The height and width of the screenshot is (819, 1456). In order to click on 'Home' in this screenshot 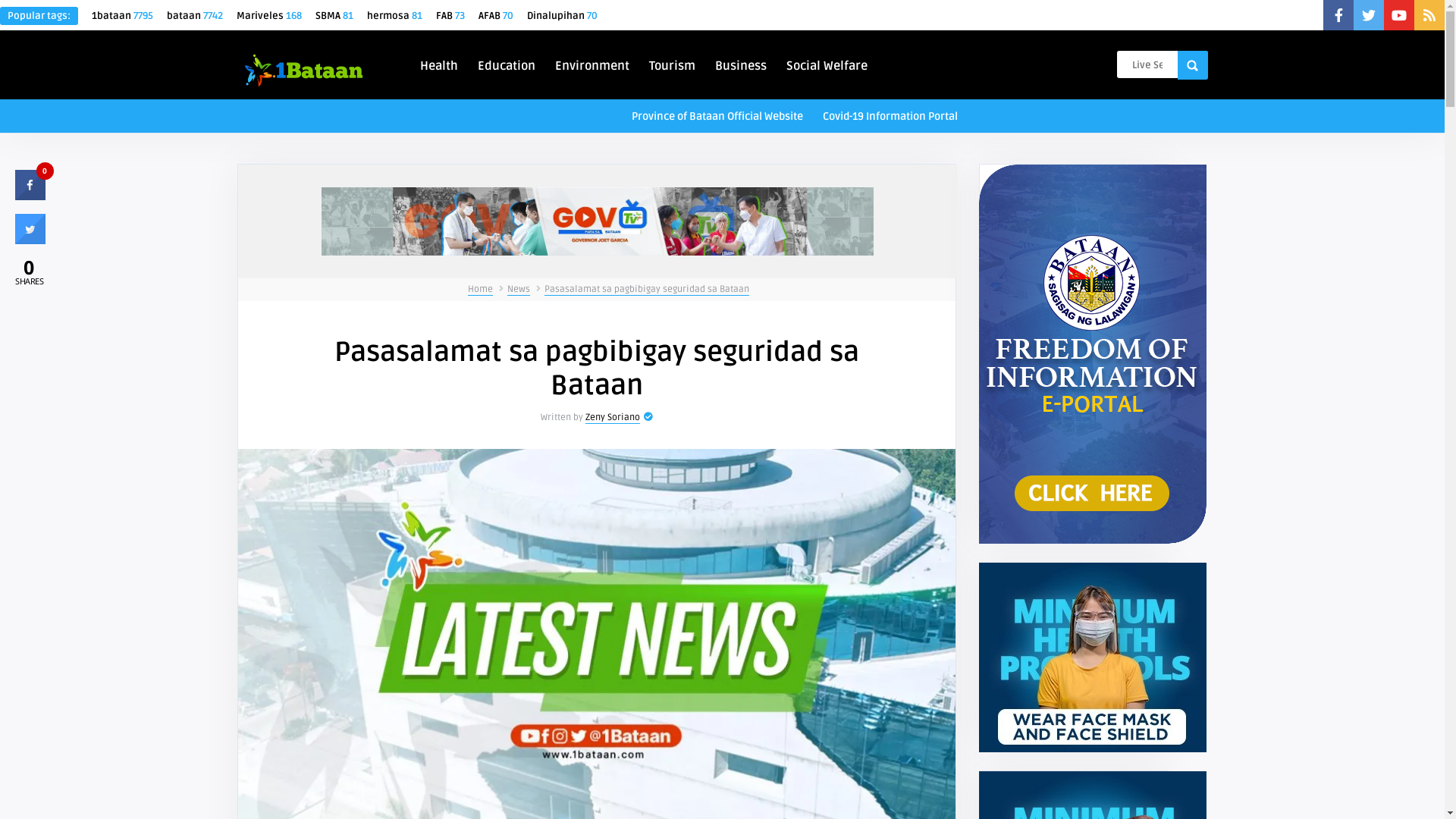, I will do `click(479, 289)`.